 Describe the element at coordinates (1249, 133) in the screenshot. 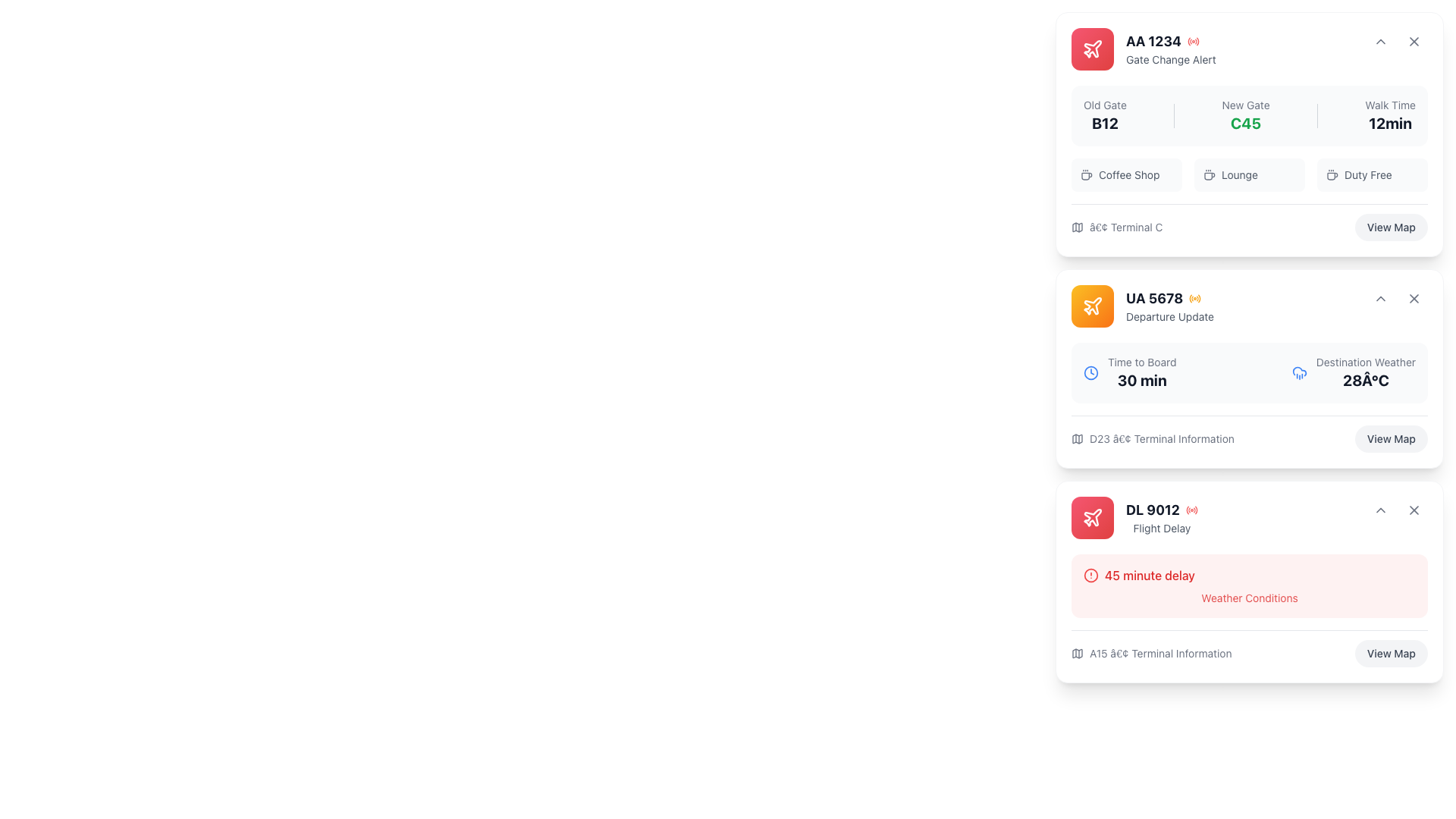

I see `the text of the label indicating the new boarding gate for a flight, located between 'Old Gate' and 'Walk Time'` at that location.